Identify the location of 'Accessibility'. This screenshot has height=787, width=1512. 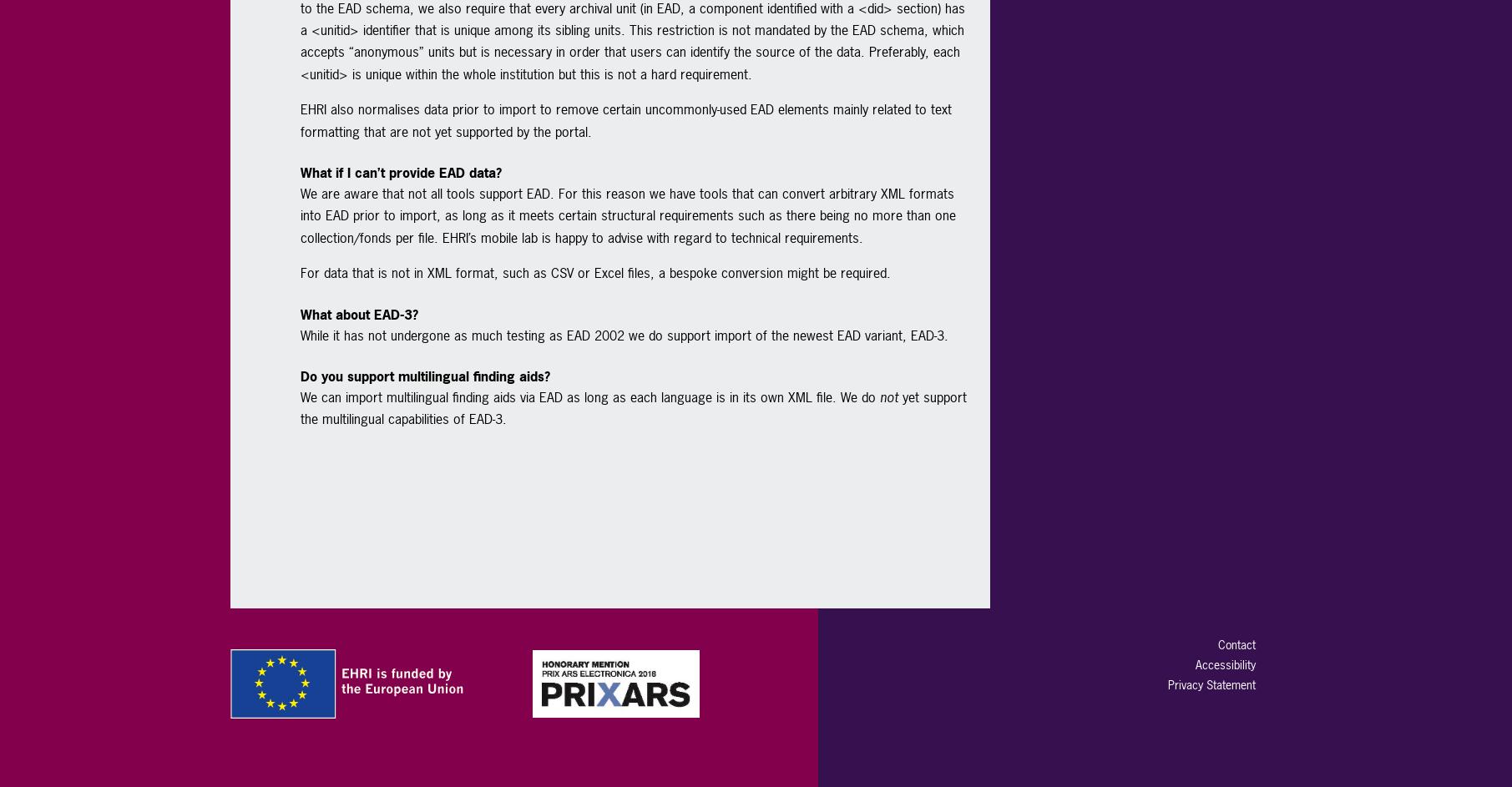
(1224, 663).